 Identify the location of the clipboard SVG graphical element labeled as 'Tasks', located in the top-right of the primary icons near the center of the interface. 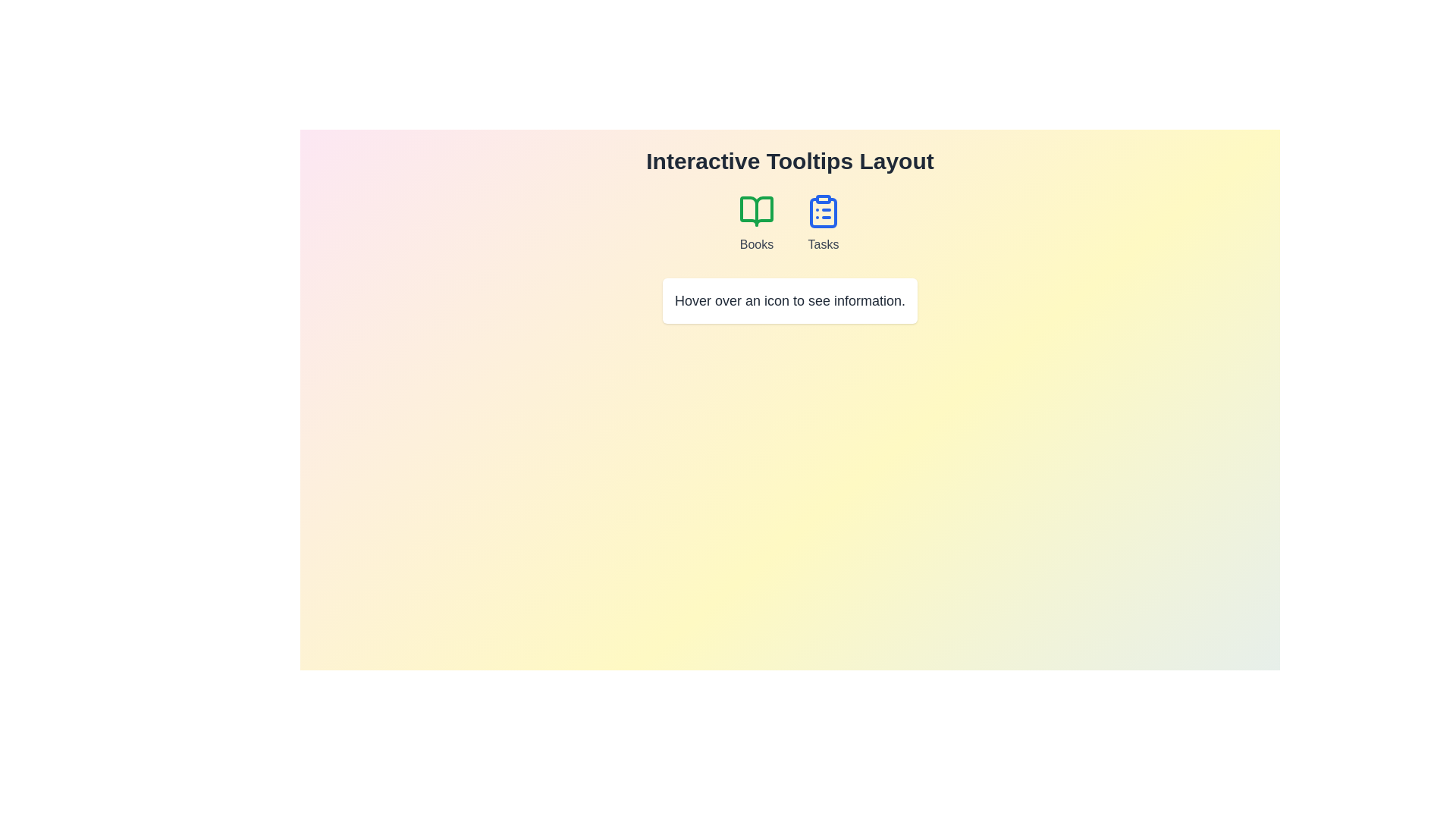
(822, 213).